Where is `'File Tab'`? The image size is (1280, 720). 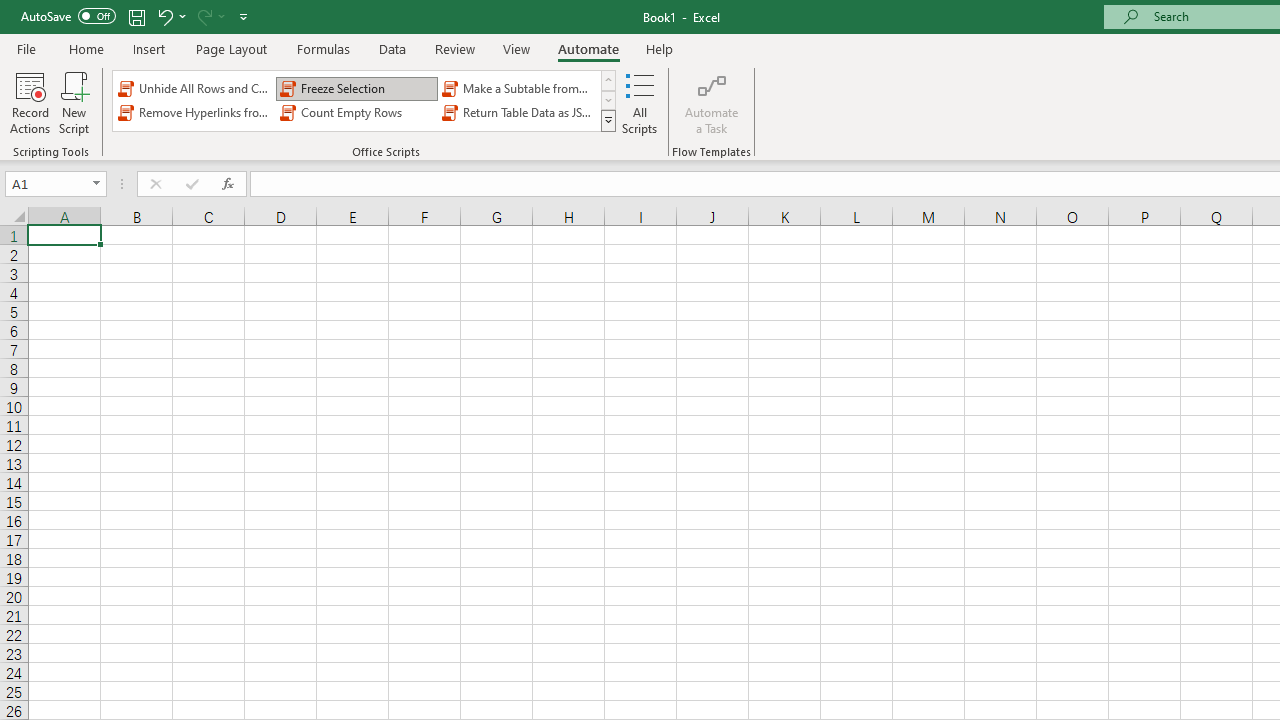 'File Tab' is located at coordinates (26, 47).